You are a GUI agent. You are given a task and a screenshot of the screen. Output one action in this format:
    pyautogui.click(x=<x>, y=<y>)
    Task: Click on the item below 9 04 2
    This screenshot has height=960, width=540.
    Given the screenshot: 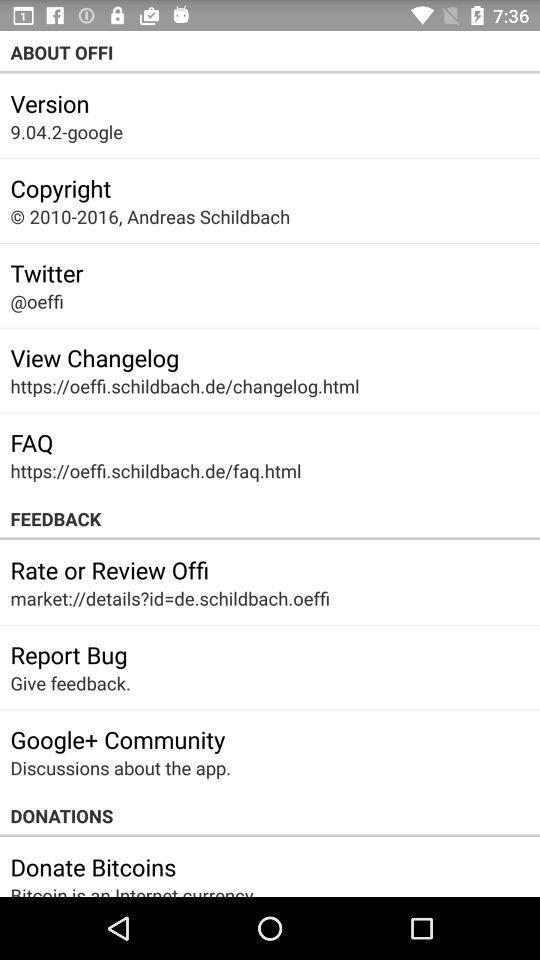 What is the action you would take?
    pyautogui.click(x=60, y=188)
    